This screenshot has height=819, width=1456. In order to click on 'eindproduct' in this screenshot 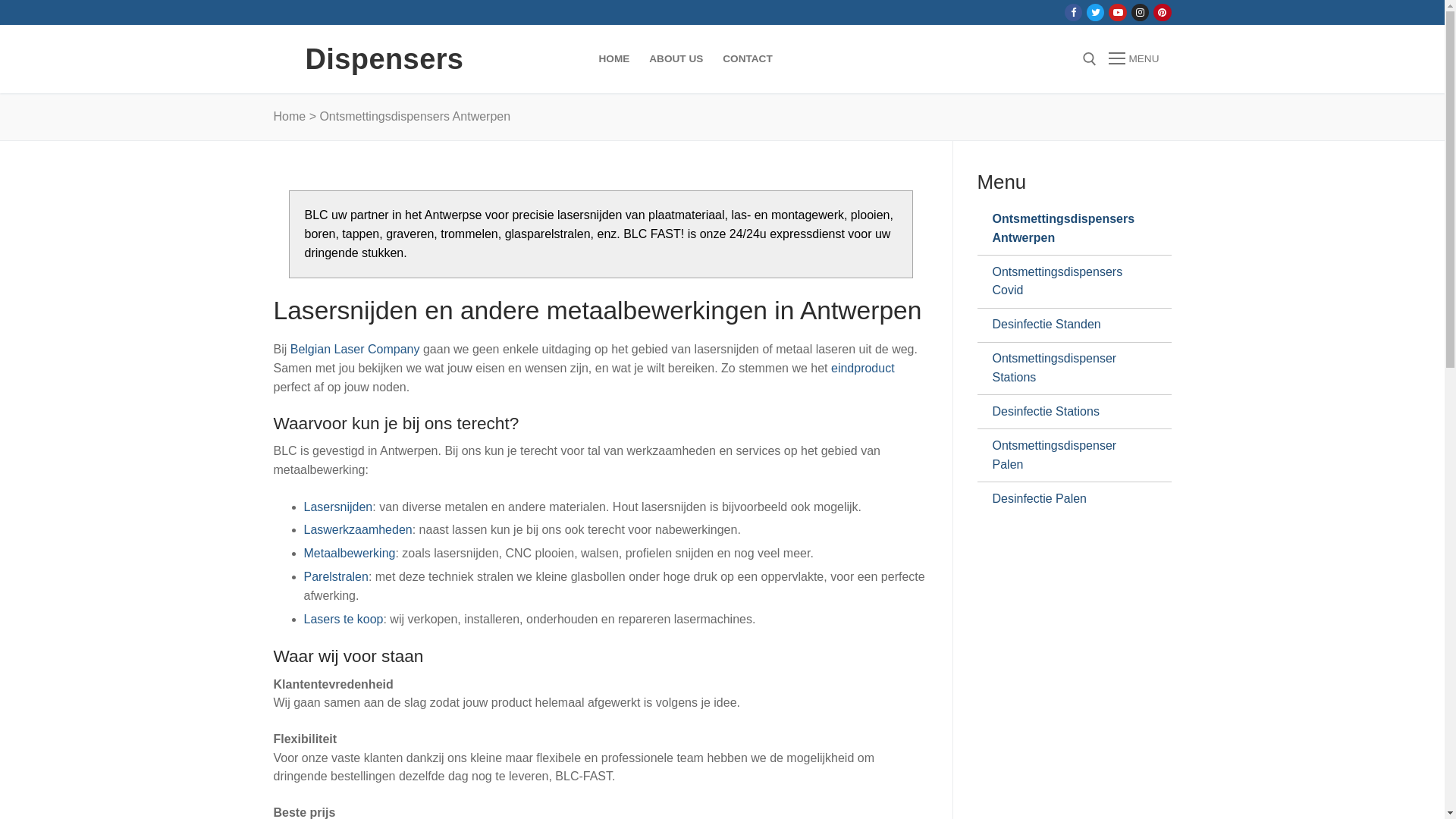, I will do `click(830, 368)`.